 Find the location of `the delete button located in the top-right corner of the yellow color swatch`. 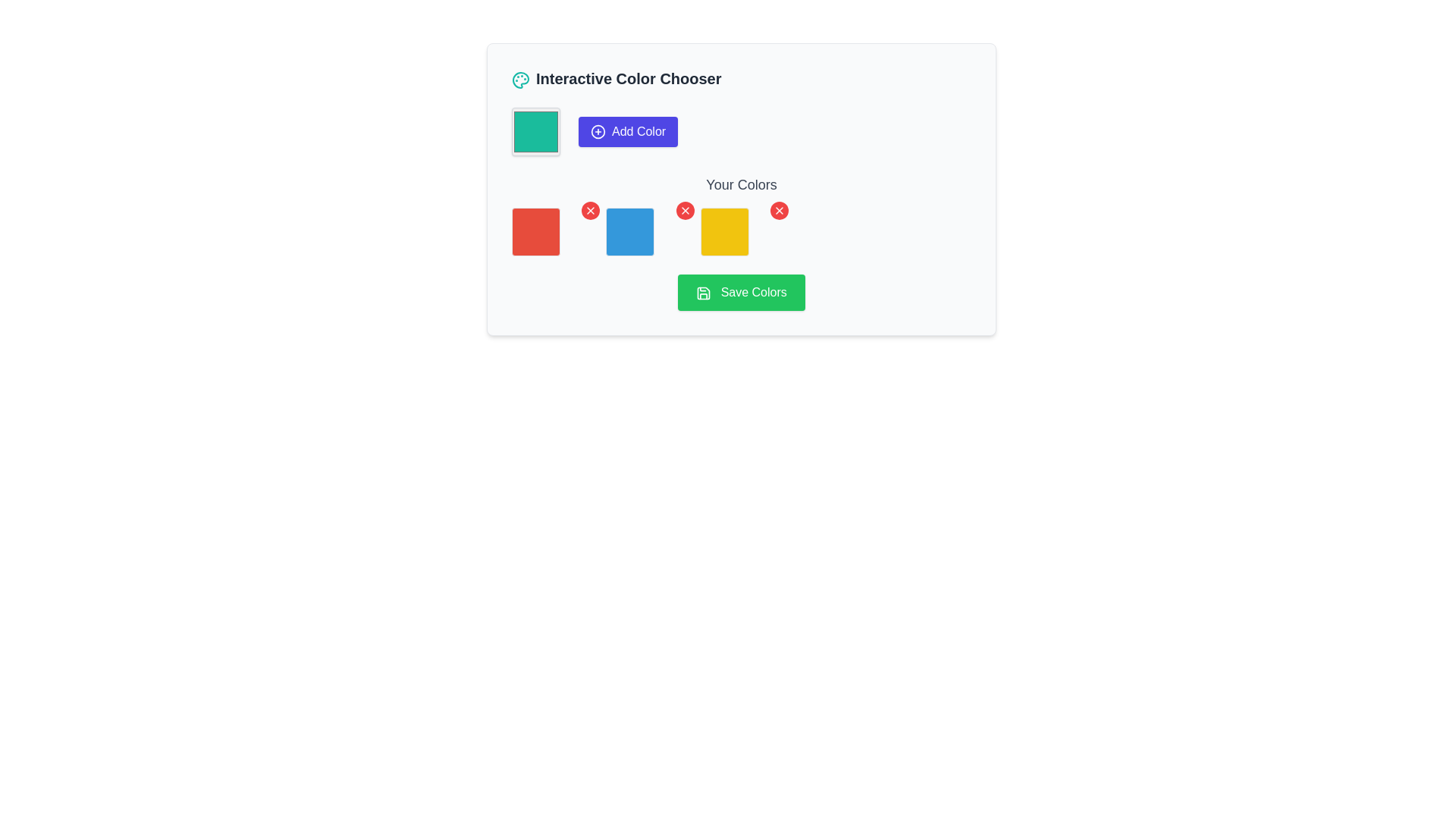

the delete button located in the top-right corner of the yellow color swatch is located at coordinates (780, 210).